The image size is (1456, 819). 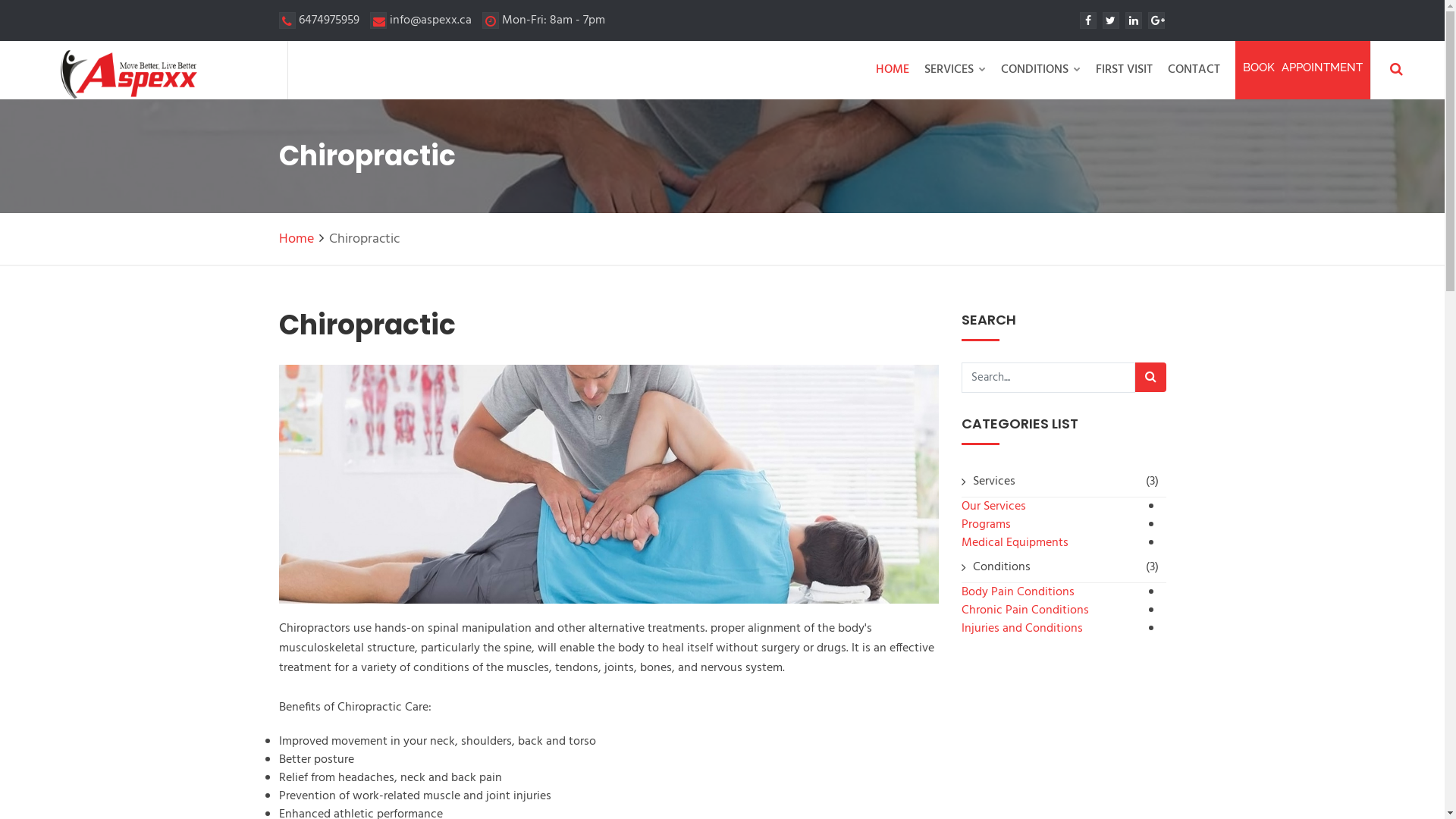 I want to click on 'Conditions', so click(x=971, y=567).